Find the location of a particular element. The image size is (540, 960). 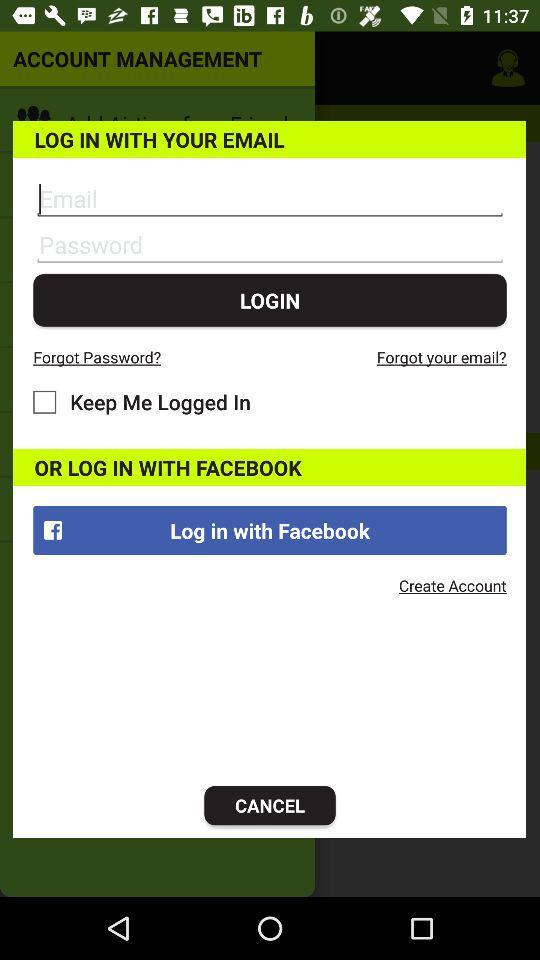

the cancel is located at coordinates (270, 805).